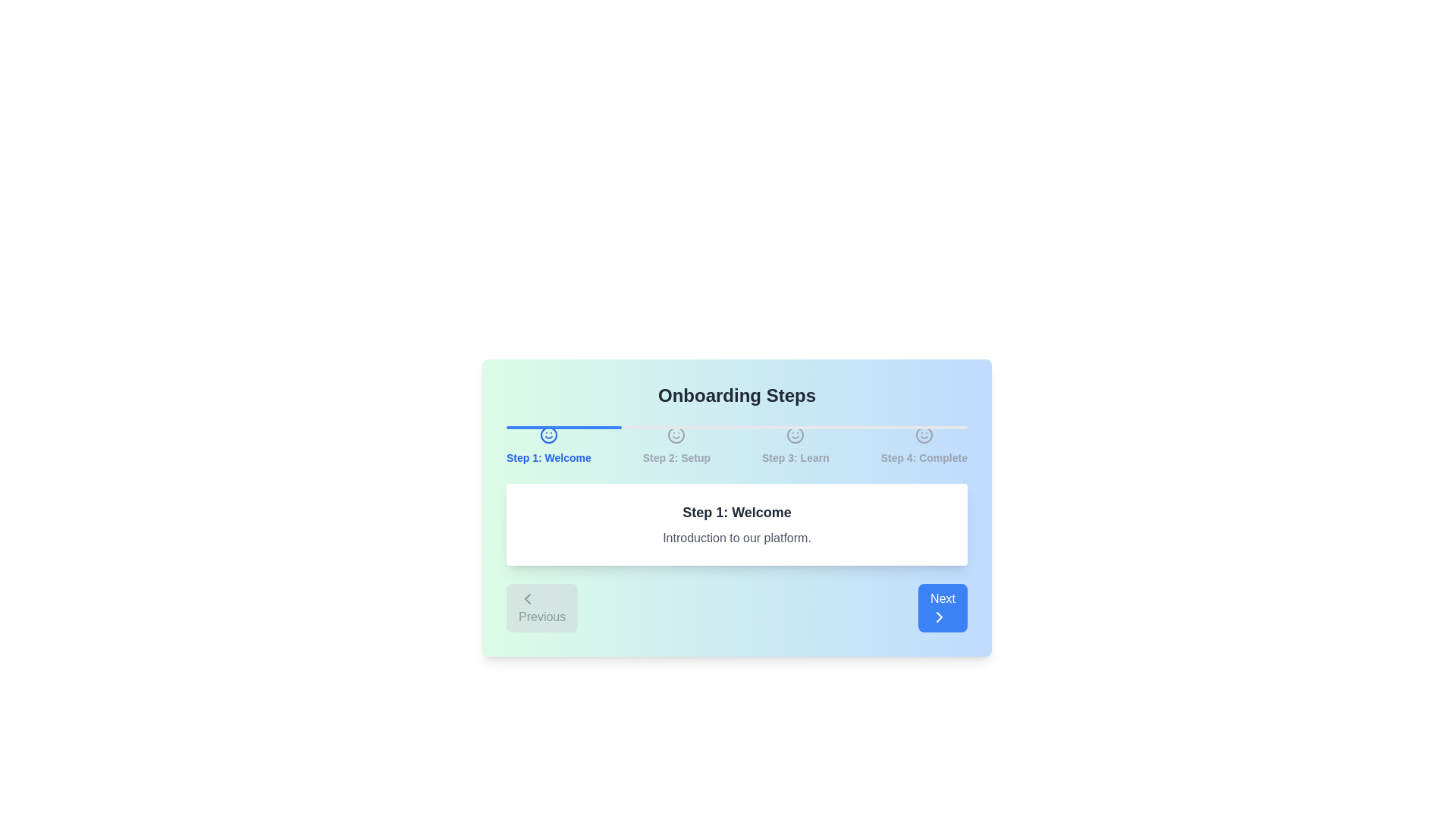 This screenshot has height=819, width=1456. Describe the element at coordinates (736, 444) in the screenshot. I see `the progress indicator step` at that location.